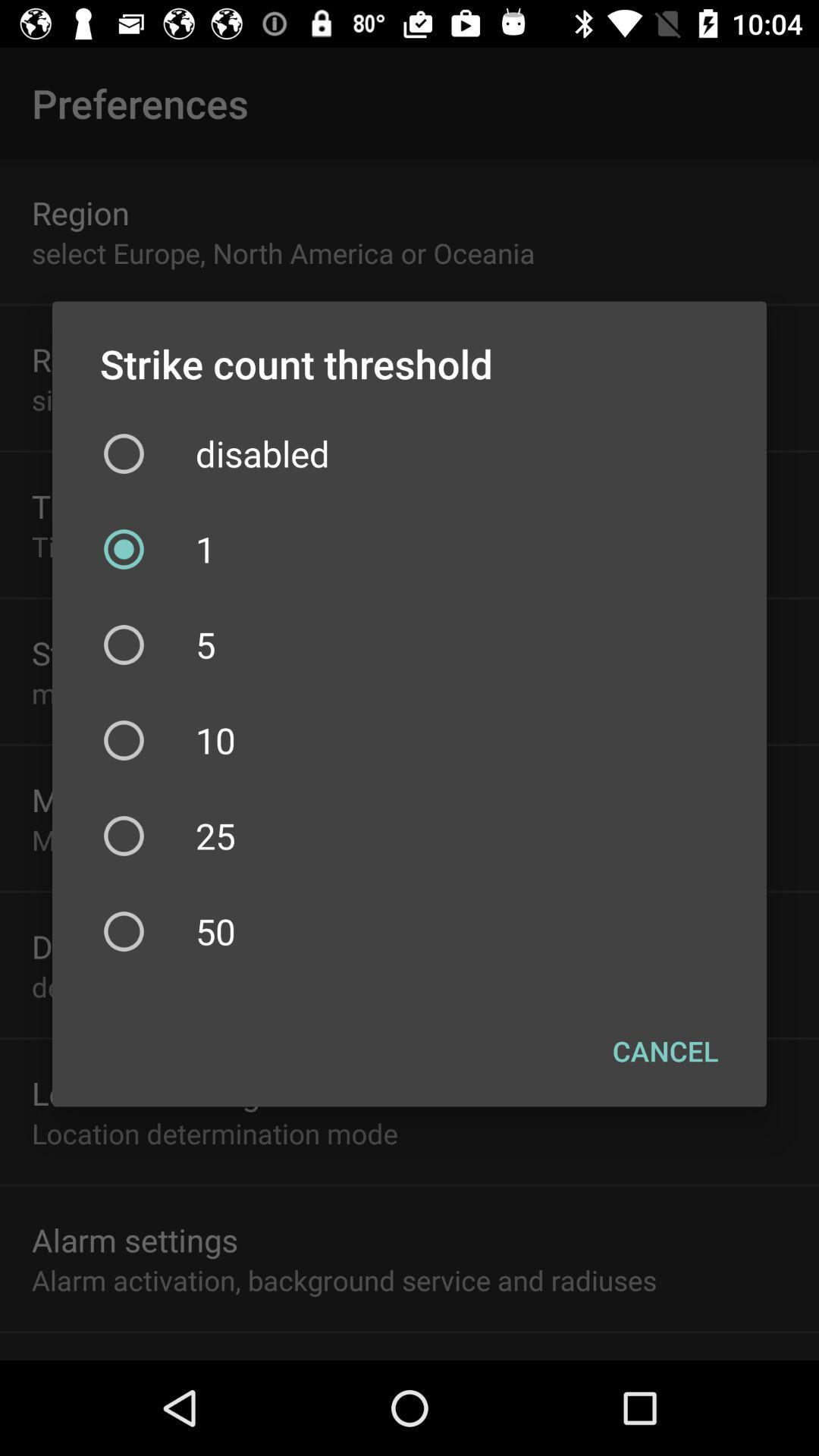 This screenshot has height=1456, width=819. What do you see at coordinates (664, 1050) in the screenshot?
I see `cancel at the bottom right corner` at bounding box center [664, 1050].